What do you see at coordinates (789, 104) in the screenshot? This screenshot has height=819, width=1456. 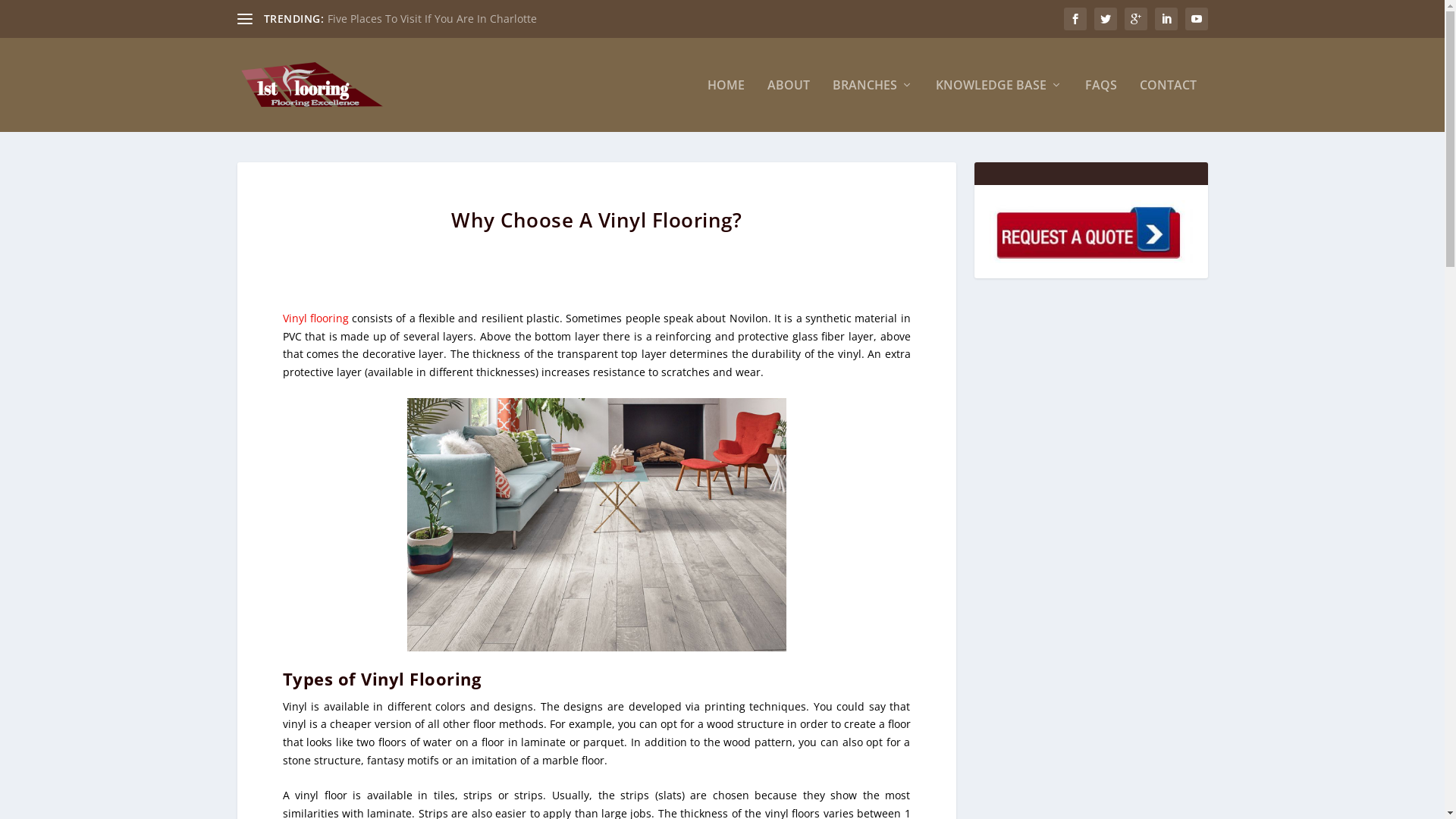 I see `'ABOUT'` at bounding box center [789, 104].